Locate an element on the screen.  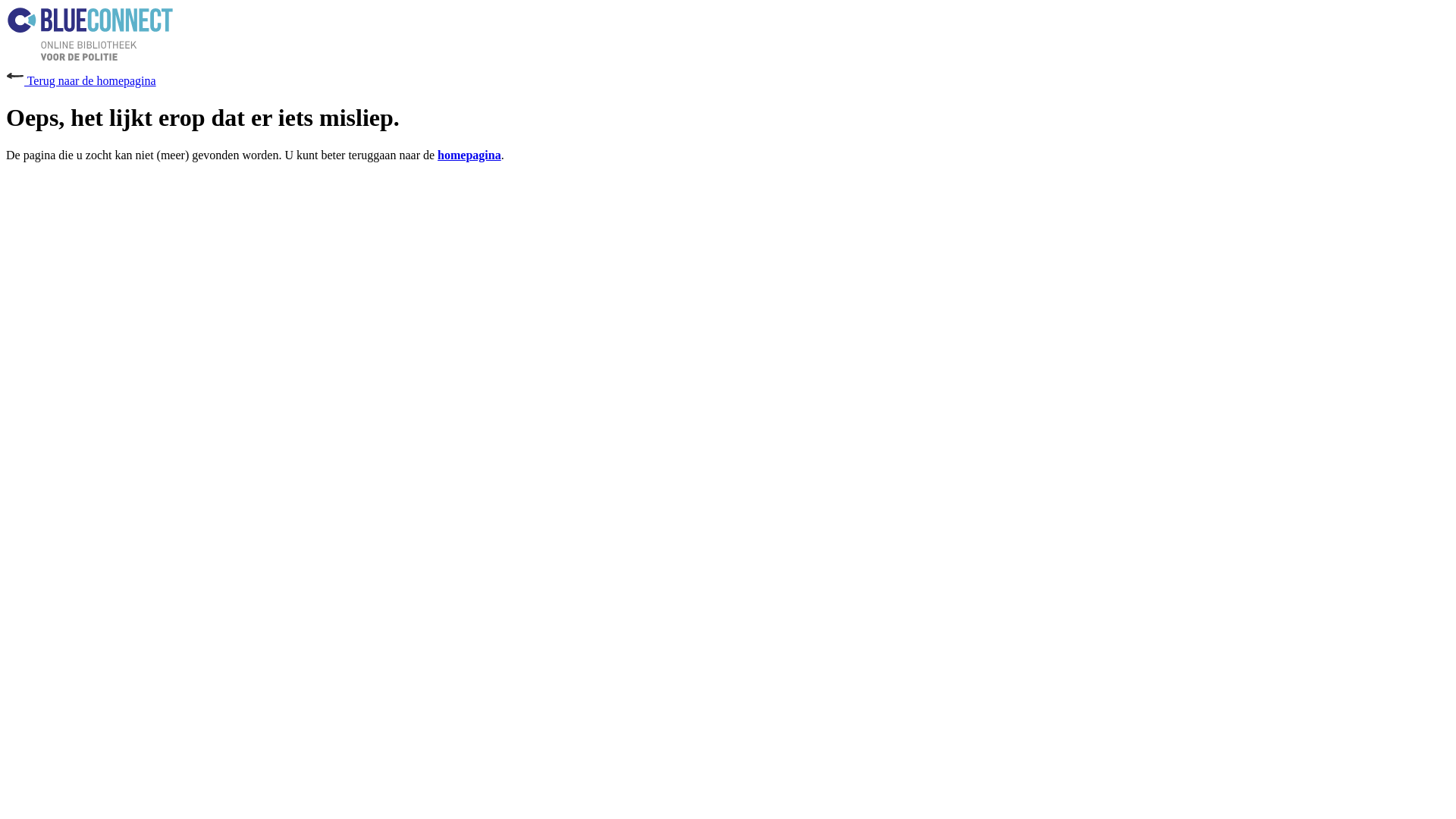
'homepagina' is located at coordinates (469, 155).